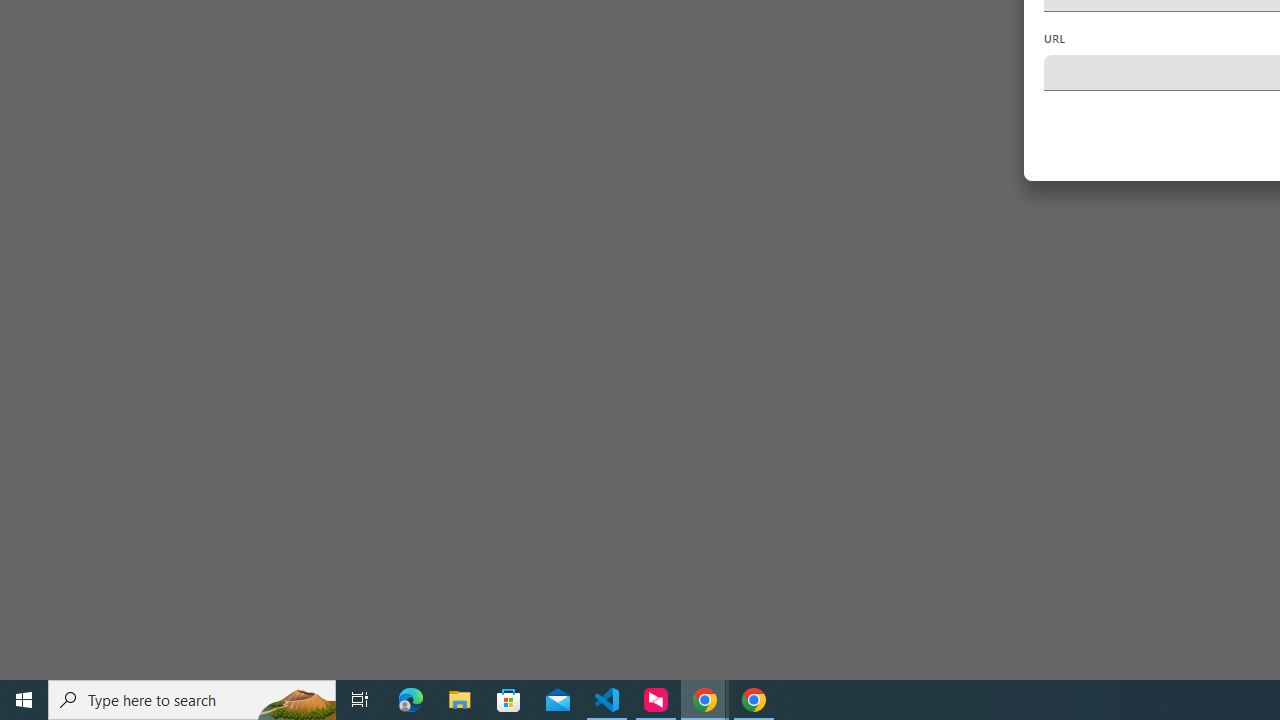  What do you see at coordinates (294, 698) in the screenshot?
I see `'Search highlights icon opens search home window'` at bounding box center [294, 698].